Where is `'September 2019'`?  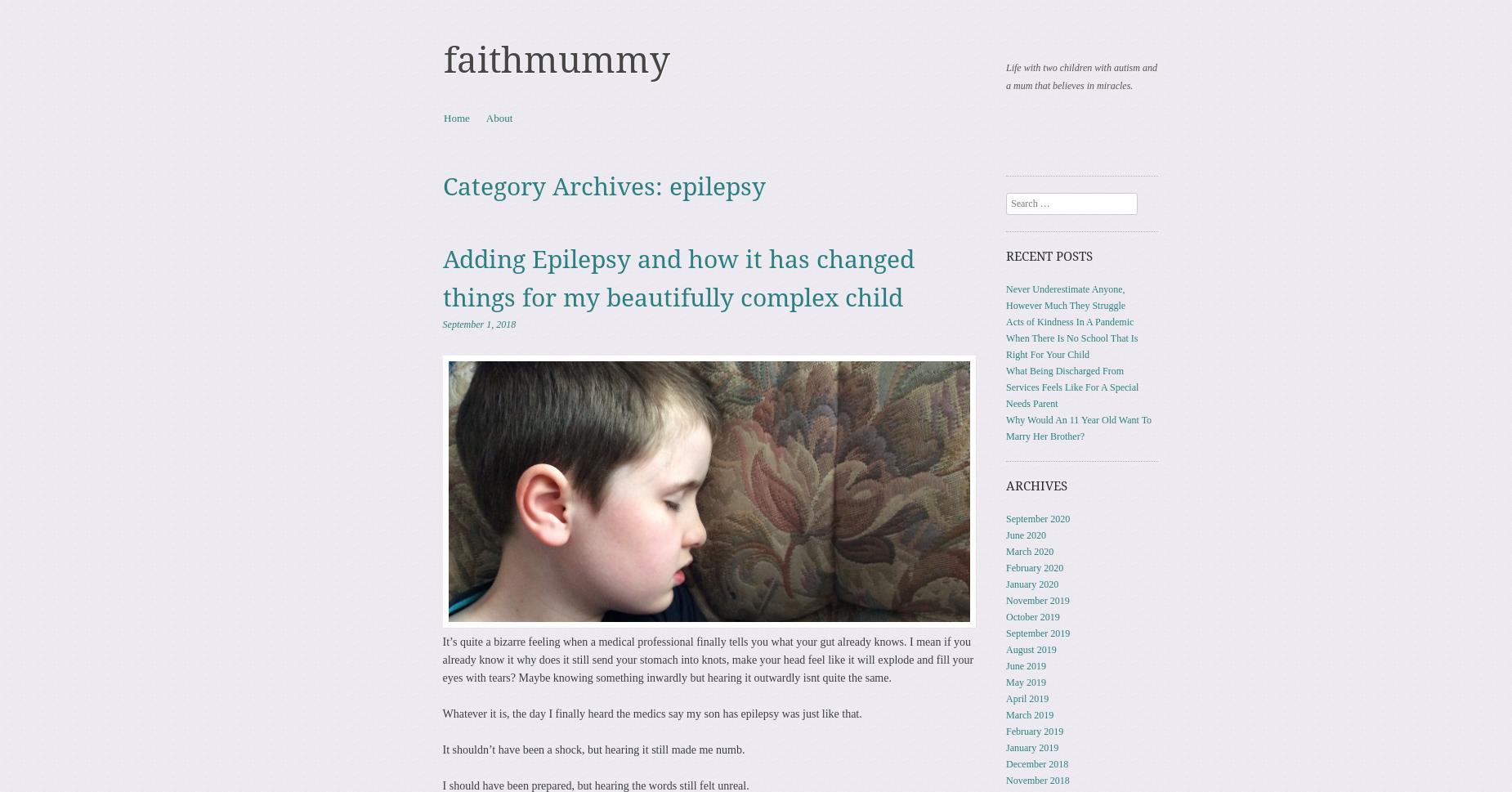 'September 2019' is located at coordinates (1037, 632).